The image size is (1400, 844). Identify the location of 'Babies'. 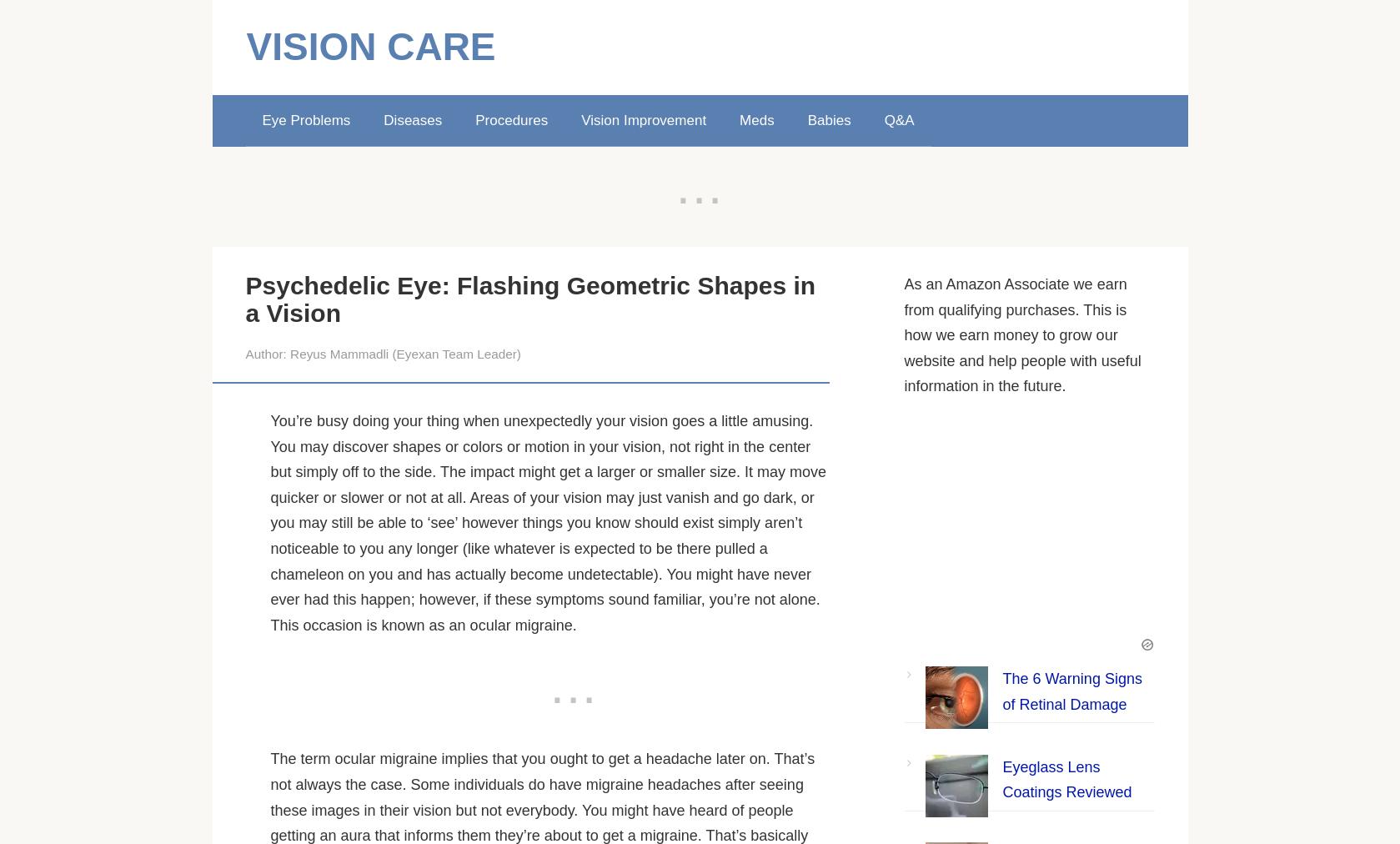
(805, 119).